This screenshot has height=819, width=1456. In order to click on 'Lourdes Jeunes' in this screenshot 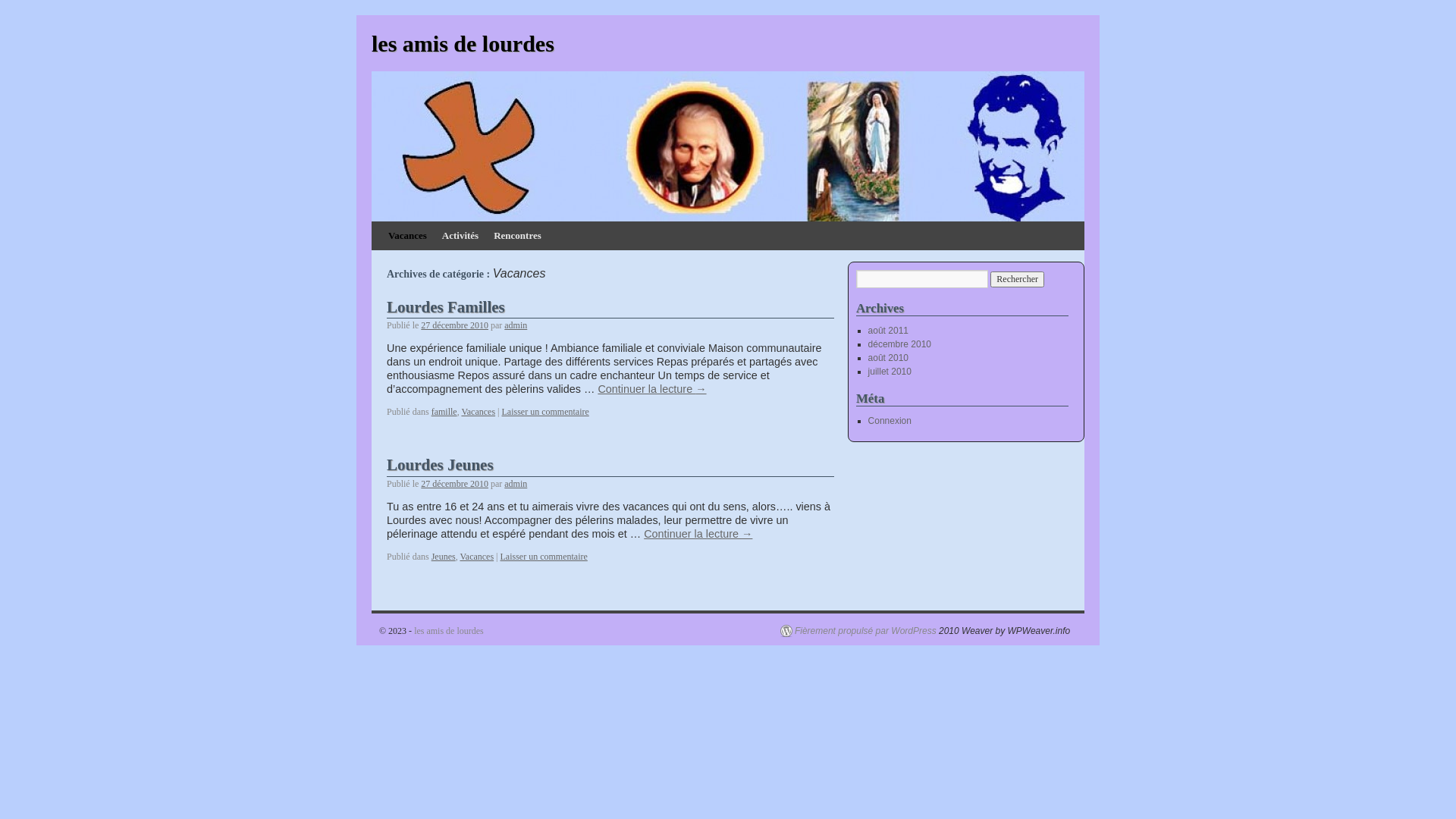, I will do `click(439, 464)`.